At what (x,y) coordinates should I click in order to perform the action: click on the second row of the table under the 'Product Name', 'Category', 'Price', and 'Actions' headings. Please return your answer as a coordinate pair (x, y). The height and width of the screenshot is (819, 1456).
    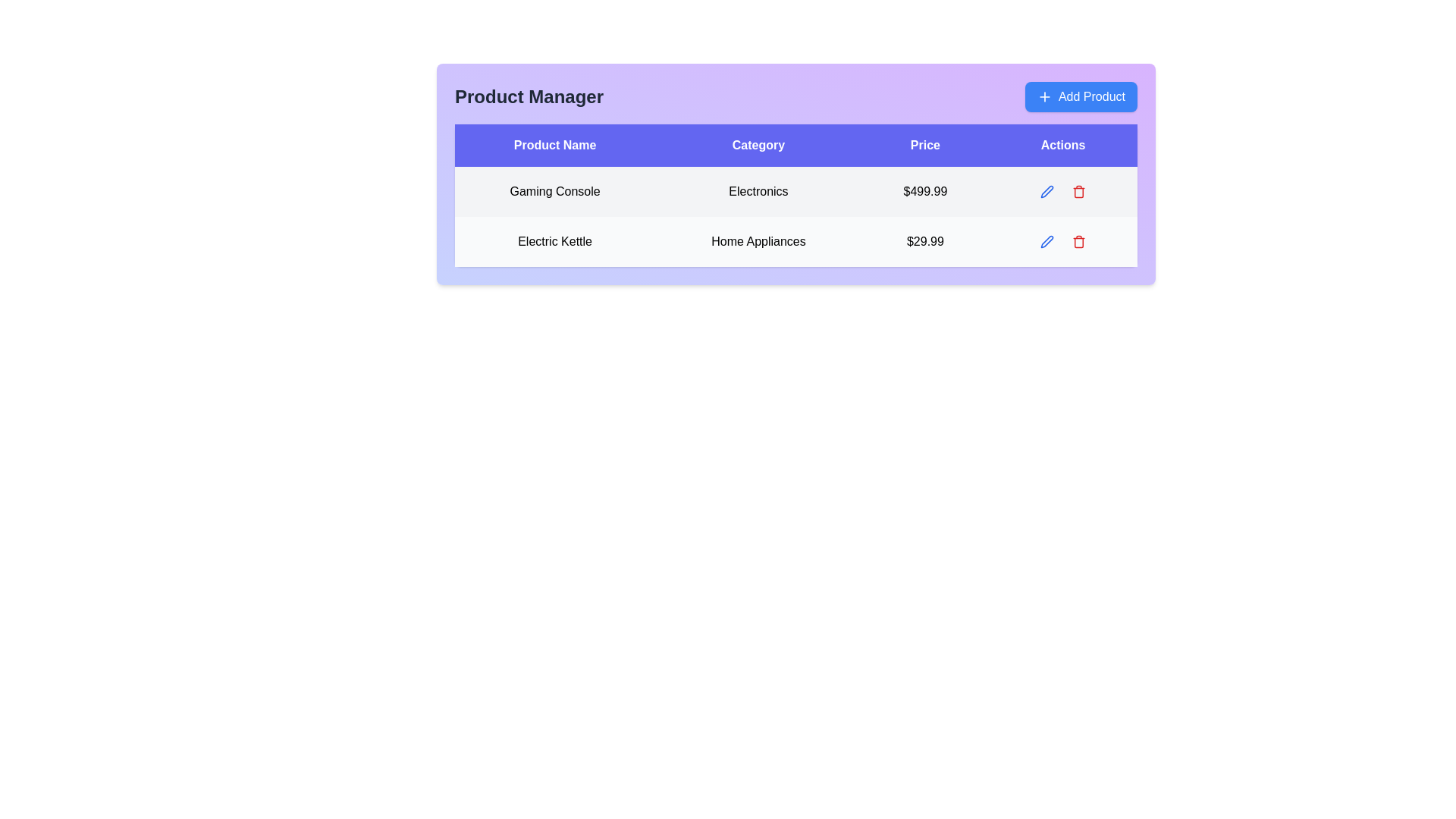
    Looking at the image, I should click on (795, 216).